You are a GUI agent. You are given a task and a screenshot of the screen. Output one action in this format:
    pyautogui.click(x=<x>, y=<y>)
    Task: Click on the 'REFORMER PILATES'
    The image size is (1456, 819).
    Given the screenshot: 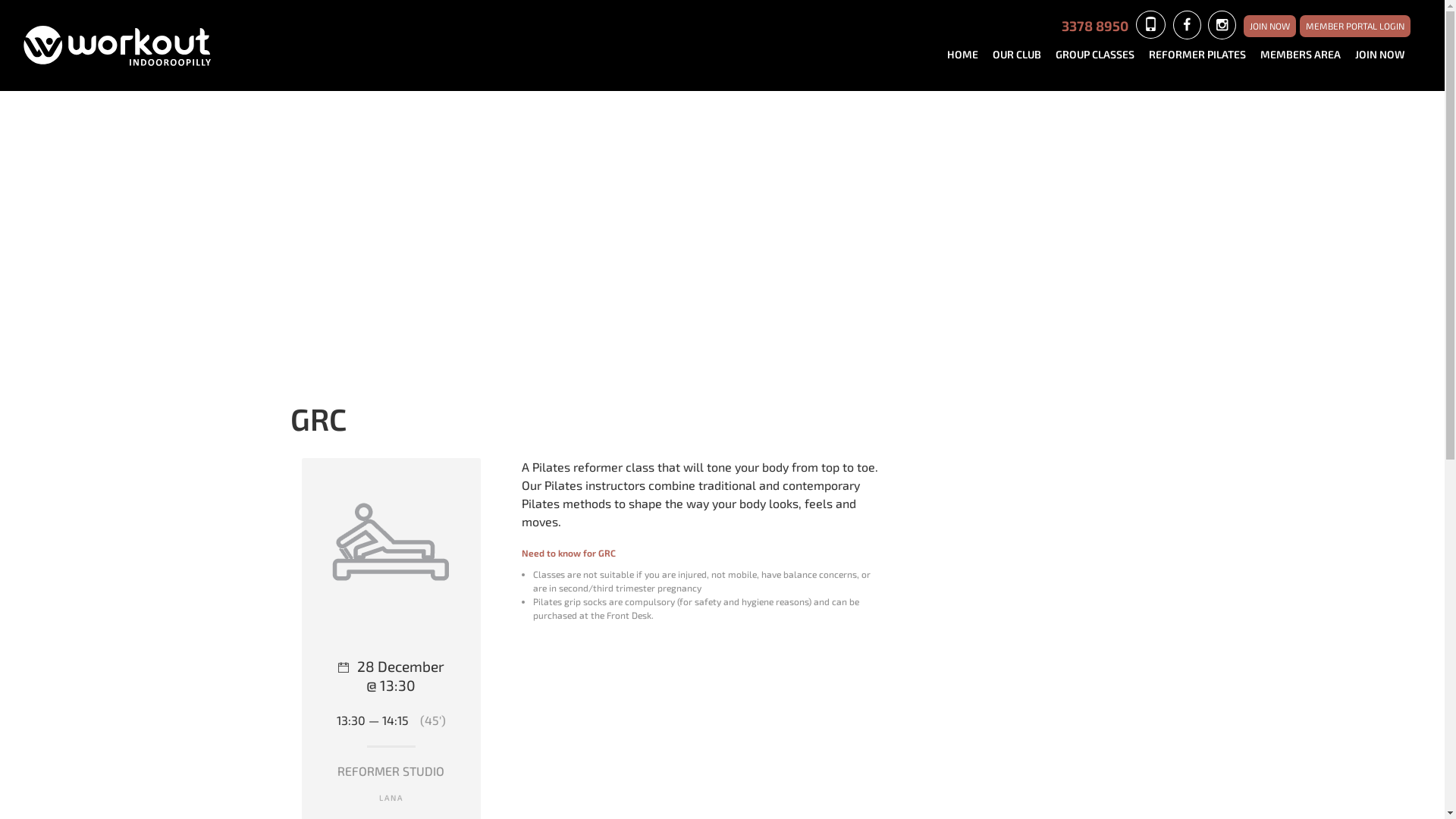 What is the action you would take?
    pyautogui.click(x=1202, y=54)
    